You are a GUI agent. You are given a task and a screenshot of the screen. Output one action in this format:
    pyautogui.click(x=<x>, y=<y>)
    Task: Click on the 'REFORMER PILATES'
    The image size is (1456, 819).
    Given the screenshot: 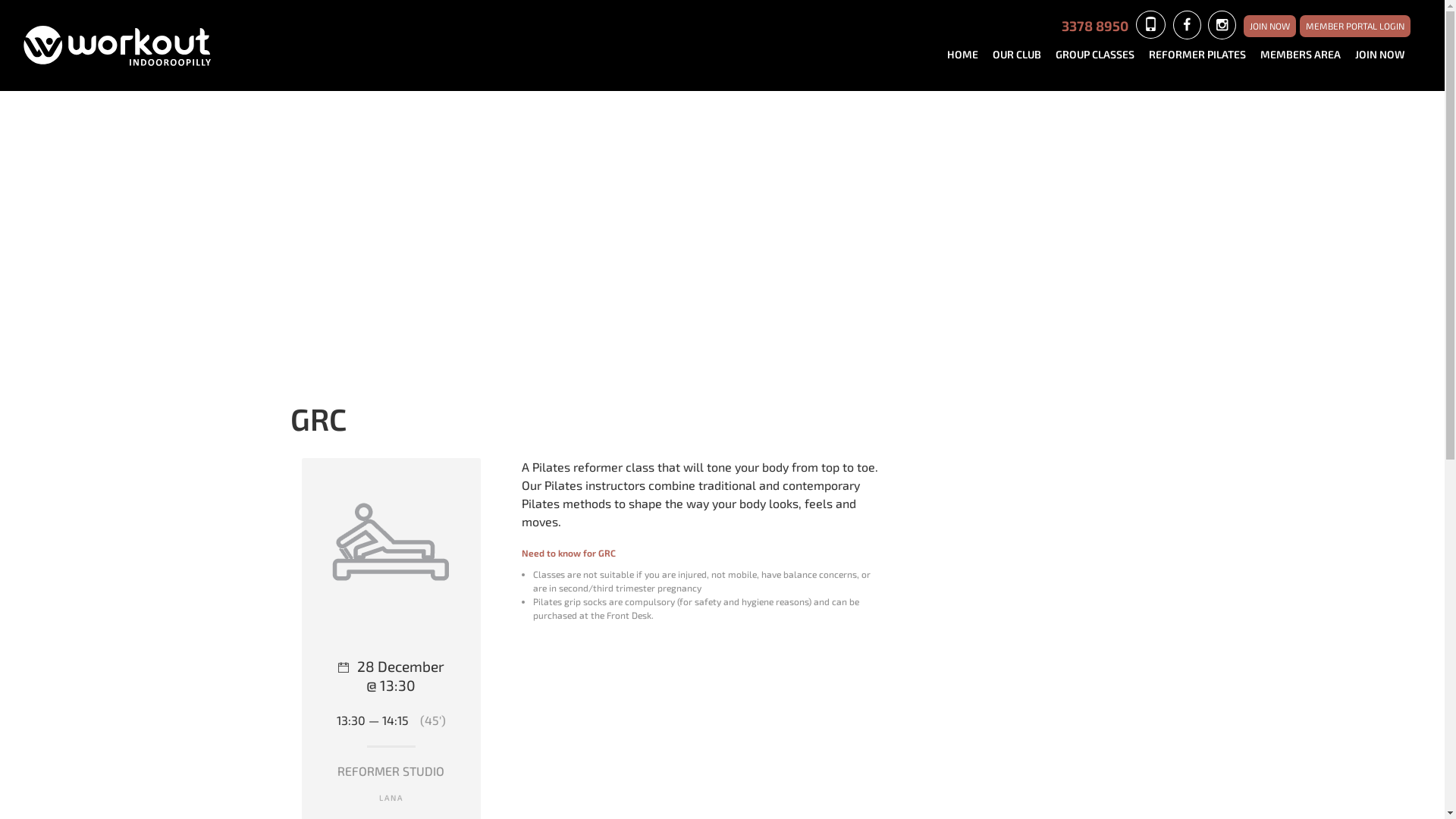 What is the action you would take?
    pyautogui.click(x=1202, y=54)
    